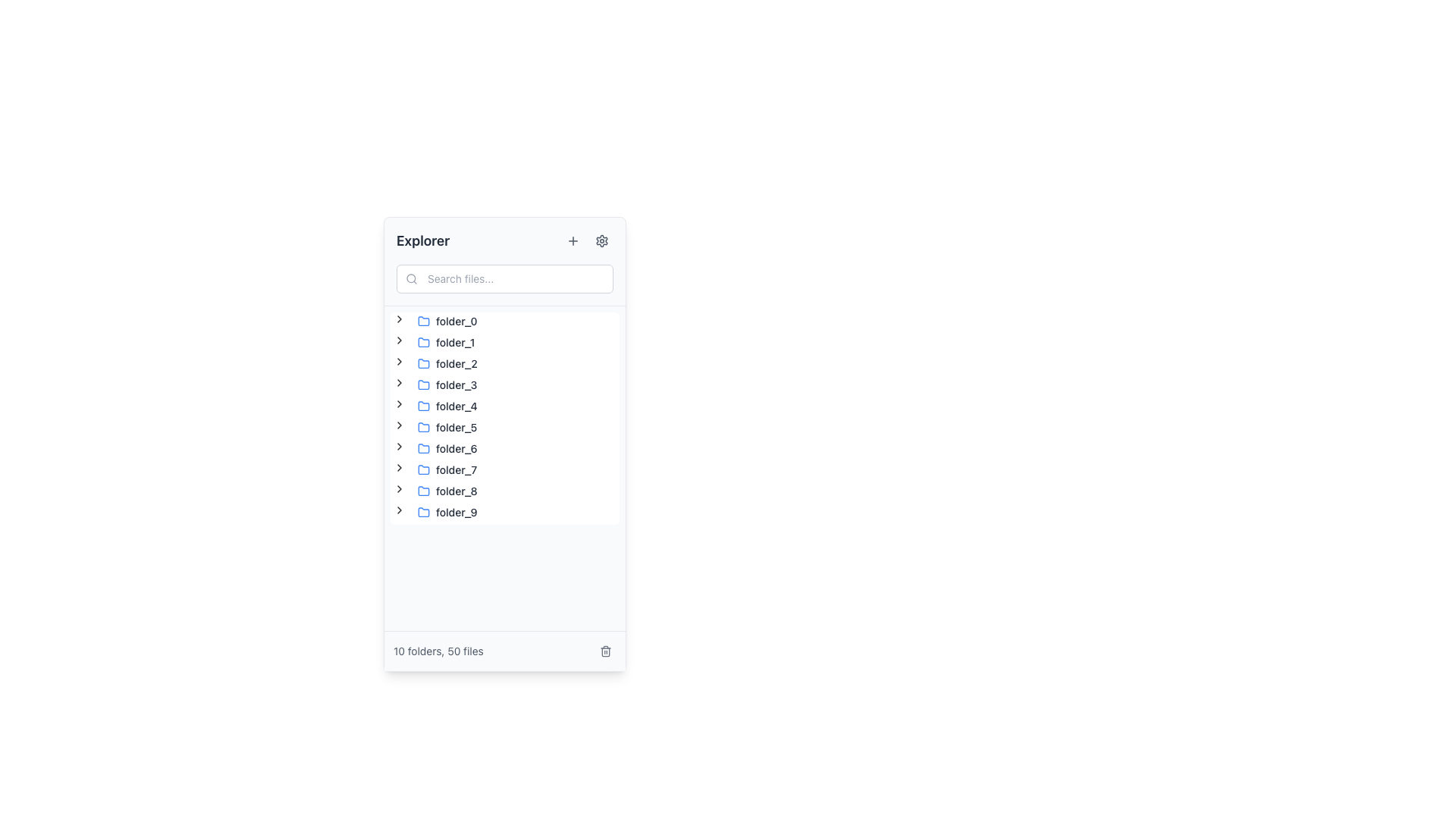 Image resolution: width=1456 pixels, height=819 pixels. What do you see at coordinates (456, 384) in the screenshot?
I see `the text label 'folder_3' adjacent to the blue folder icon` at bounding box center [456, 384].